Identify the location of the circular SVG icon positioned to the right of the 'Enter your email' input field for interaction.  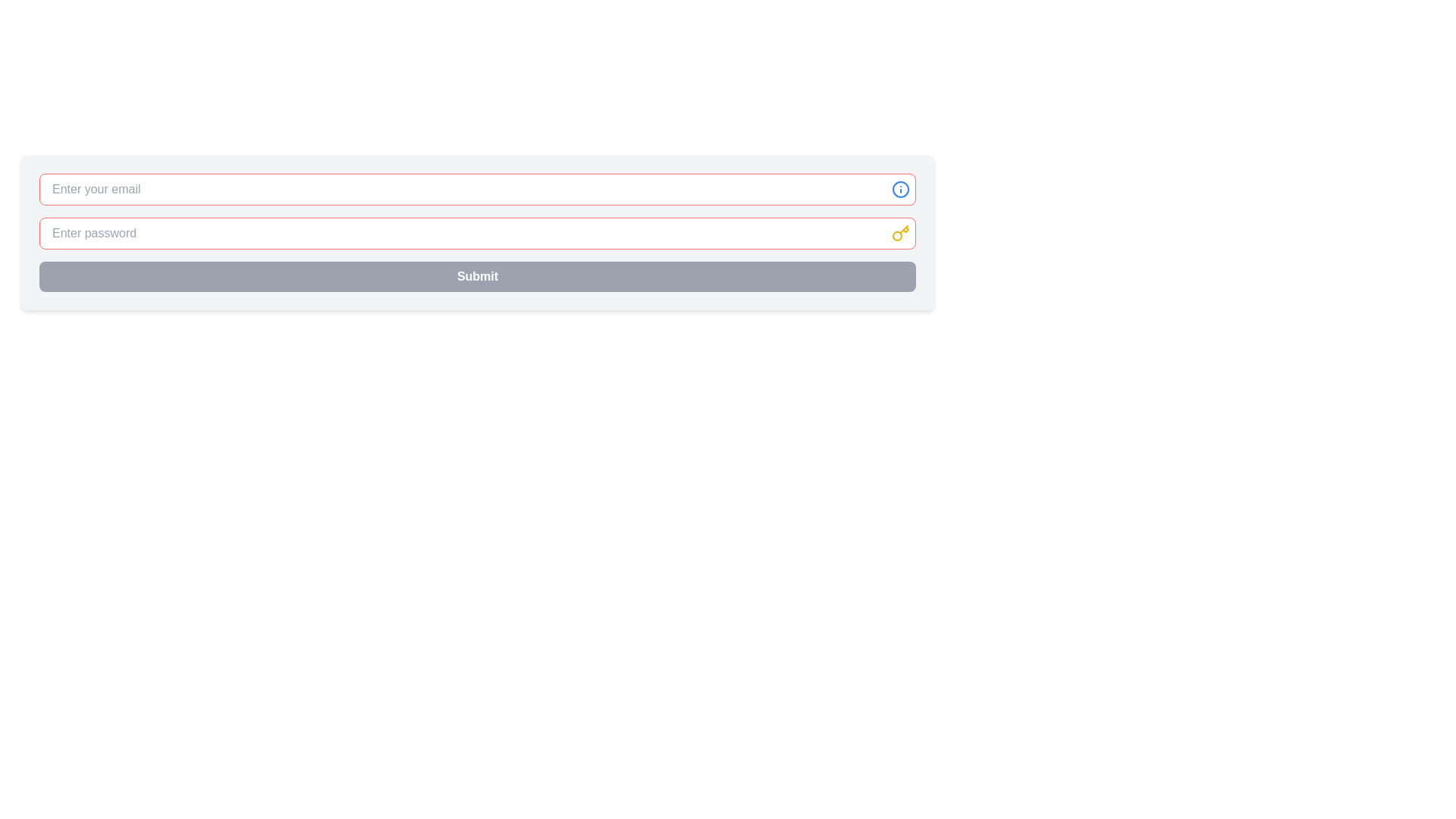
(901, 189).